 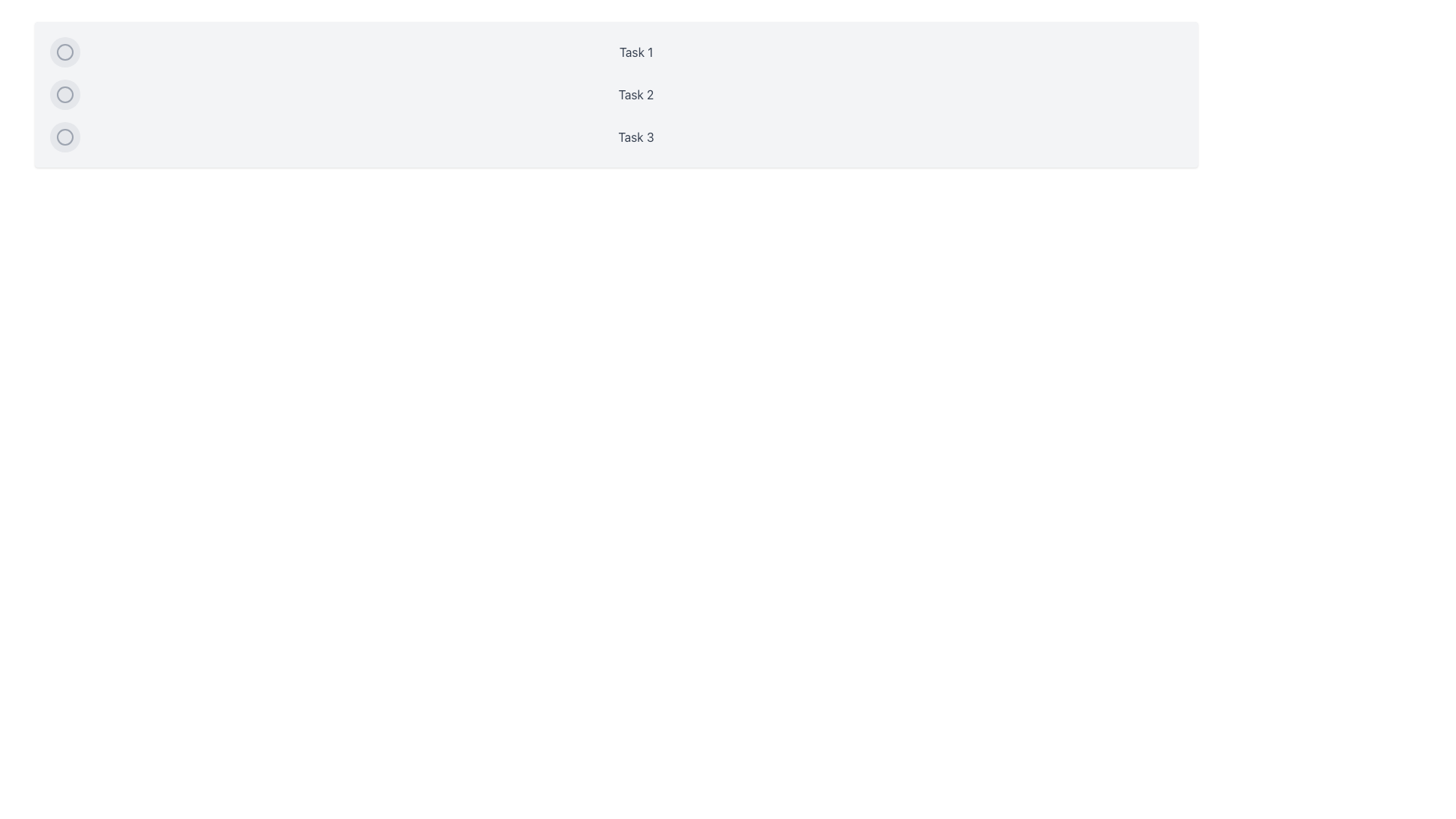 I want to click on text label 'Task 2' from the composite element that includes a circular button or icon, positioned below 'Task 1' and above 'Task 3', so click(x=616, y=94).